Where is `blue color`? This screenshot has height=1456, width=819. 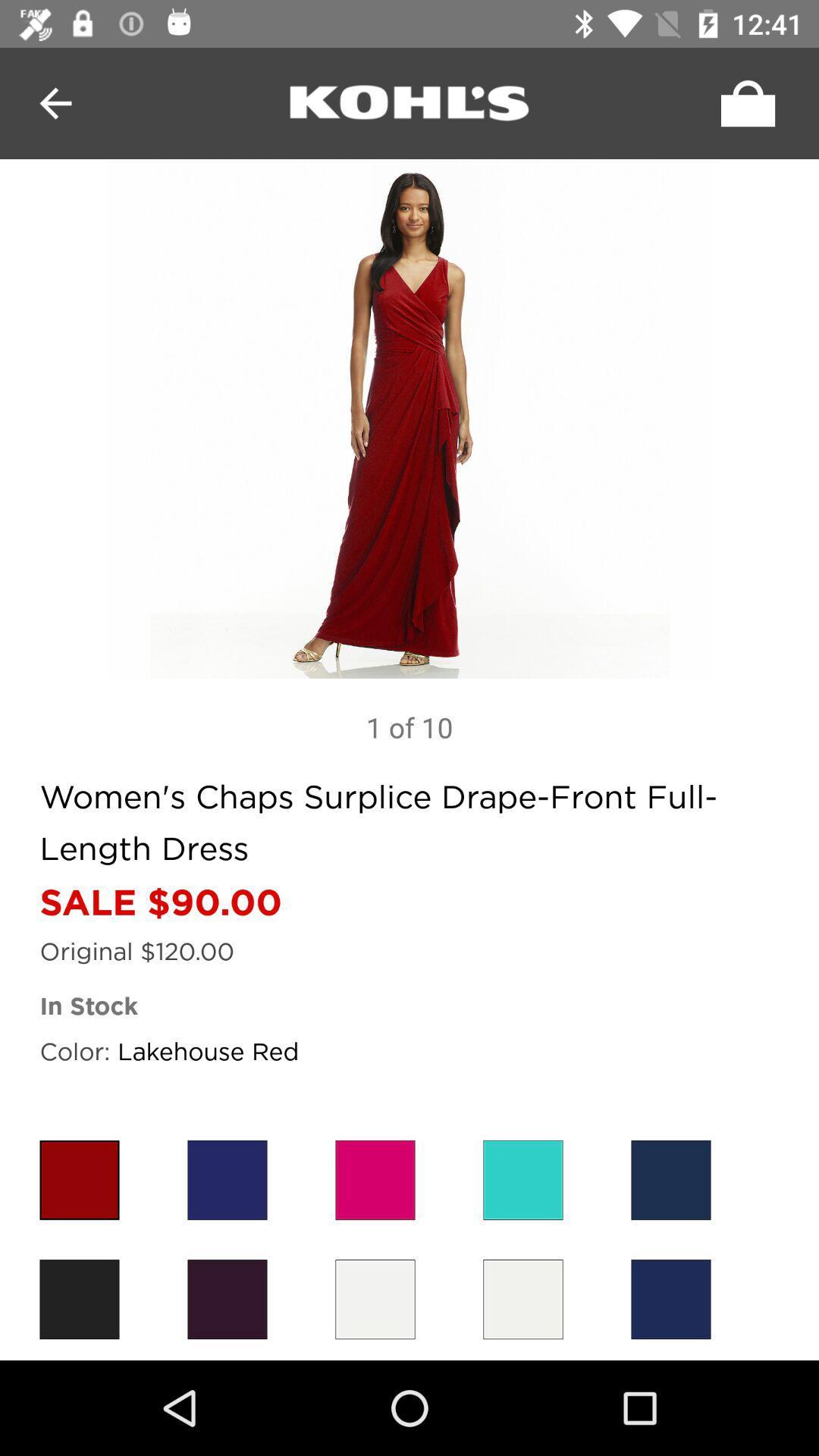 blue color is located at coordinates (670, 1179).